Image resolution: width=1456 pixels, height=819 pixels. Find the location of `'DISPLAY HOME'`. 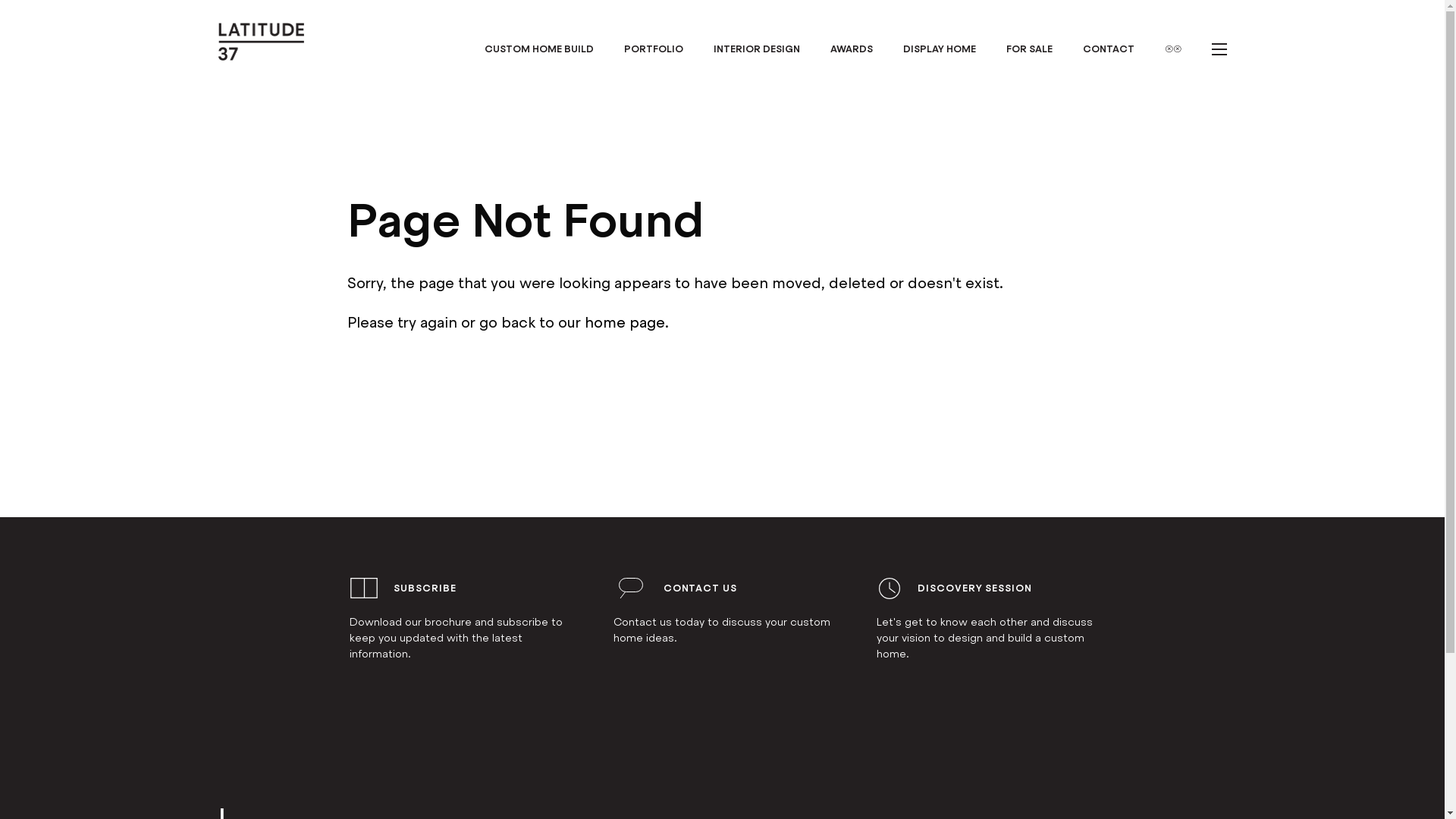

'DISPLAY HOME' is located at coordinates (938, 49).